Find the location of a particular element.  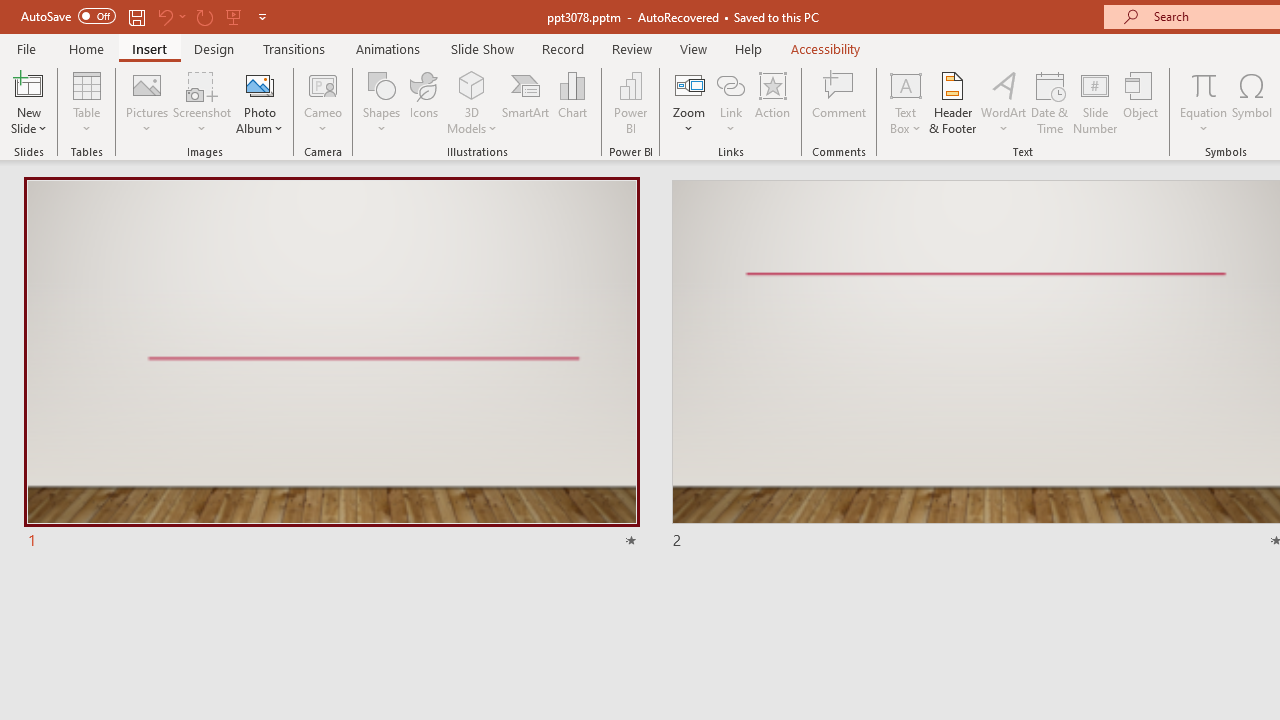

'AutoSave' is located at coordinates (68, 16).